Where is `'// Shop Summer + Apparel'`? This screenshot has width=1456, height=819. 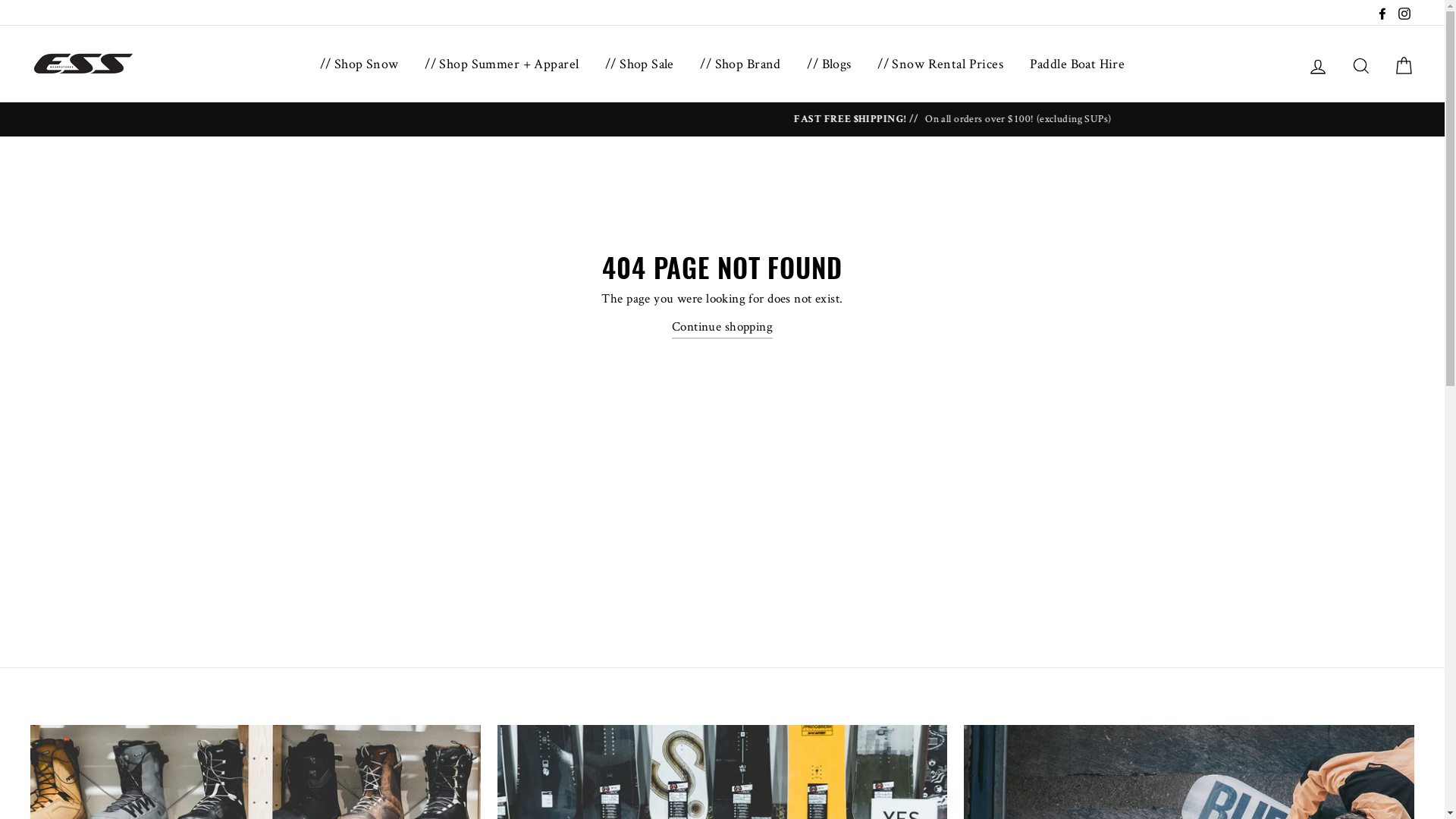
'// Shop Summer + Apparel' is located at coordinates (413, 63).